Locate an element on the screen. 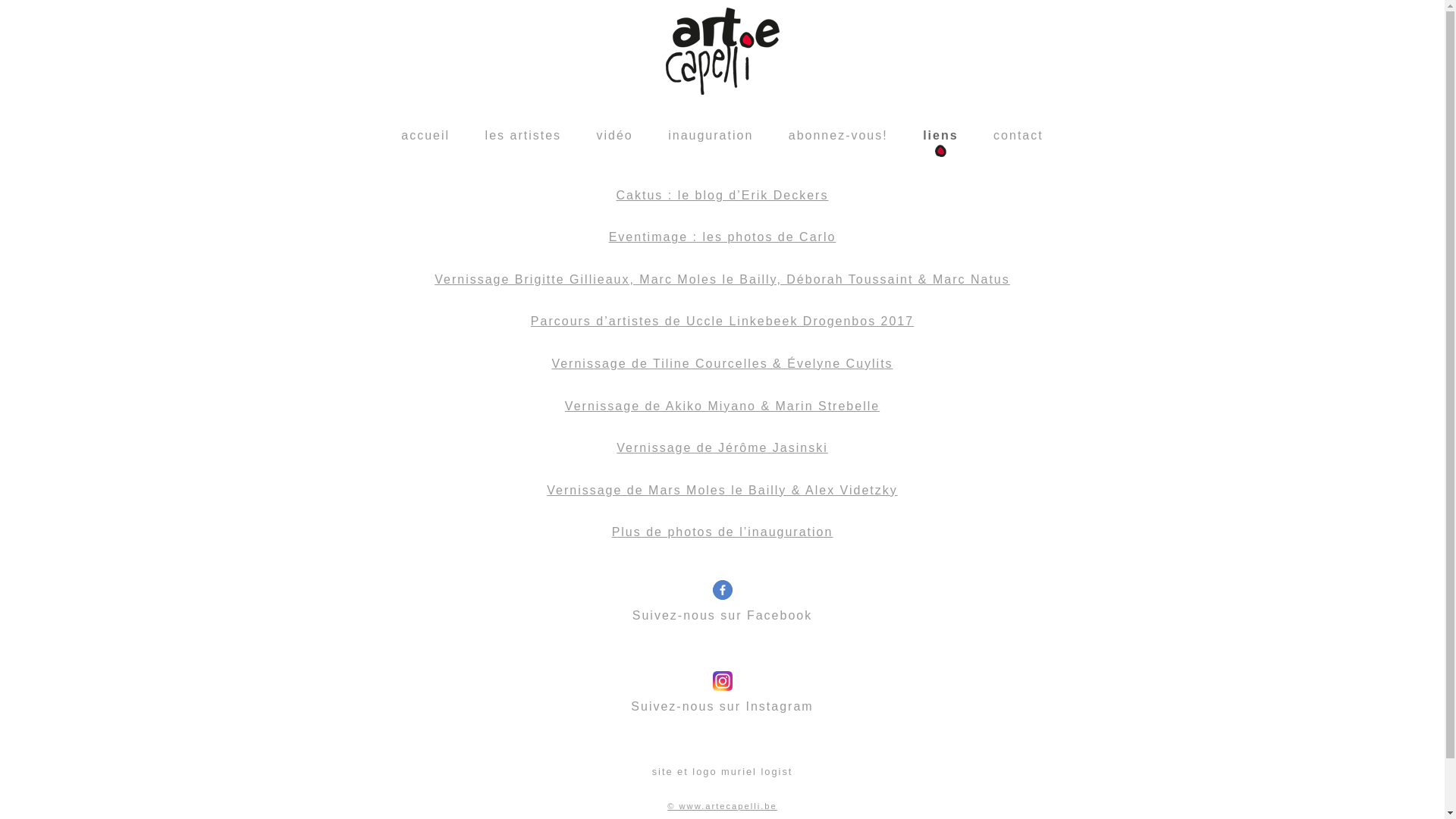 The height and width of the screenshot is (819, 1456). 'les artistes' is located at coordinates (484, 134).